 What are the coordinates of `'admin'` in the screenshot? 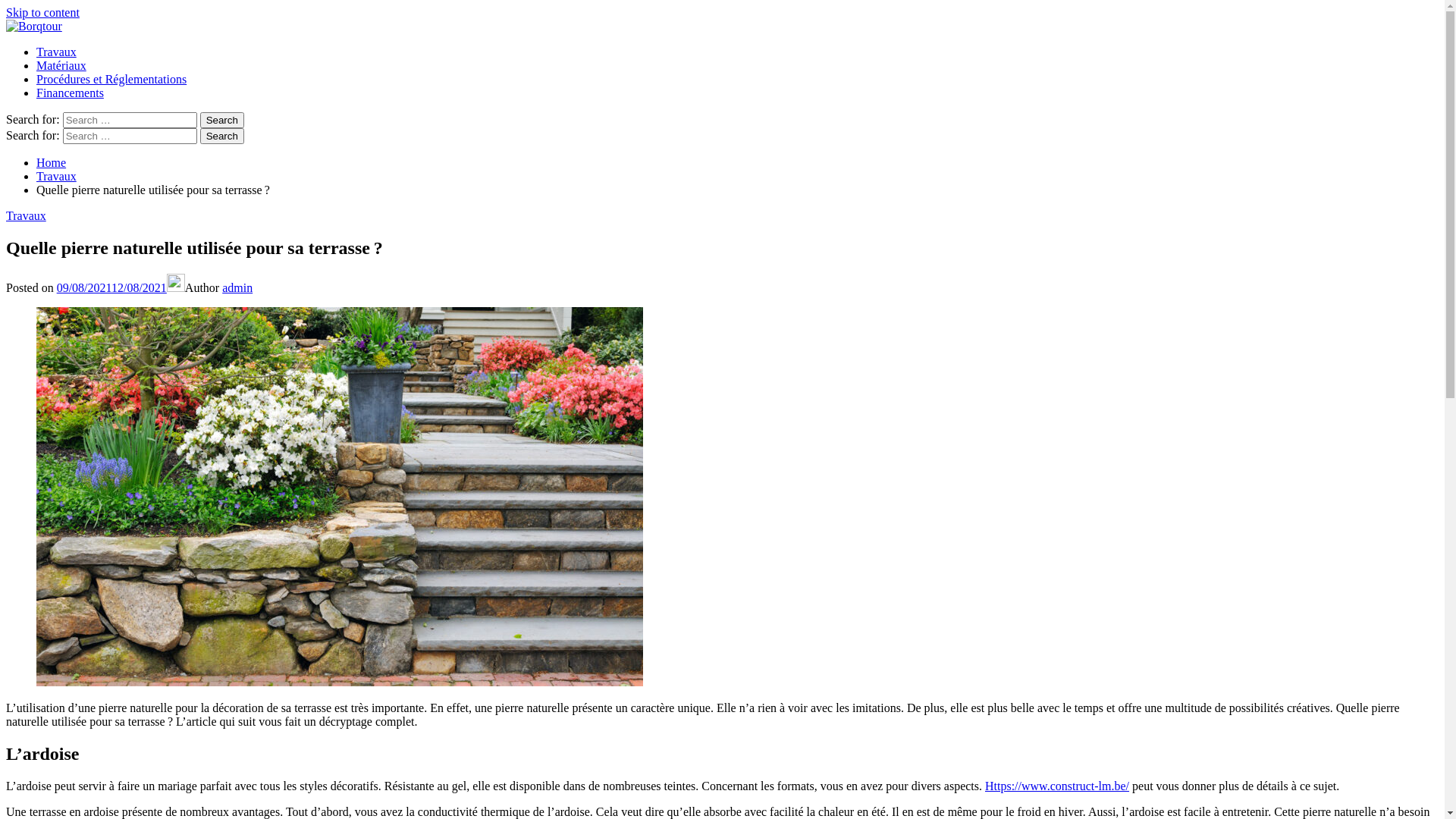 It's located at (236, 287).